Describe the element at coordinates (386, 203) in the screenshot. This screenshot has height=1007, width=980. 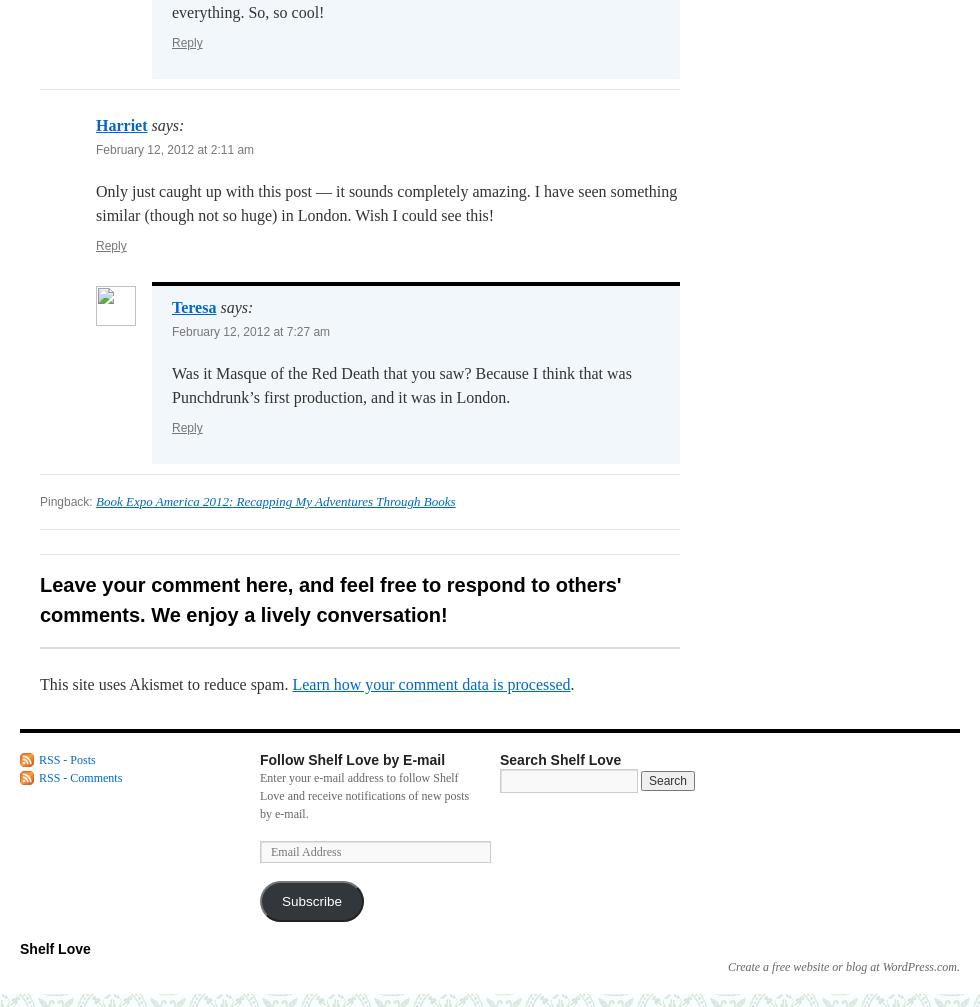
I see `'Only just caught up with this post — it sounds completely amazing. I have seen something similar (though not so huge) in London. Wish I could see this!'` at that location.